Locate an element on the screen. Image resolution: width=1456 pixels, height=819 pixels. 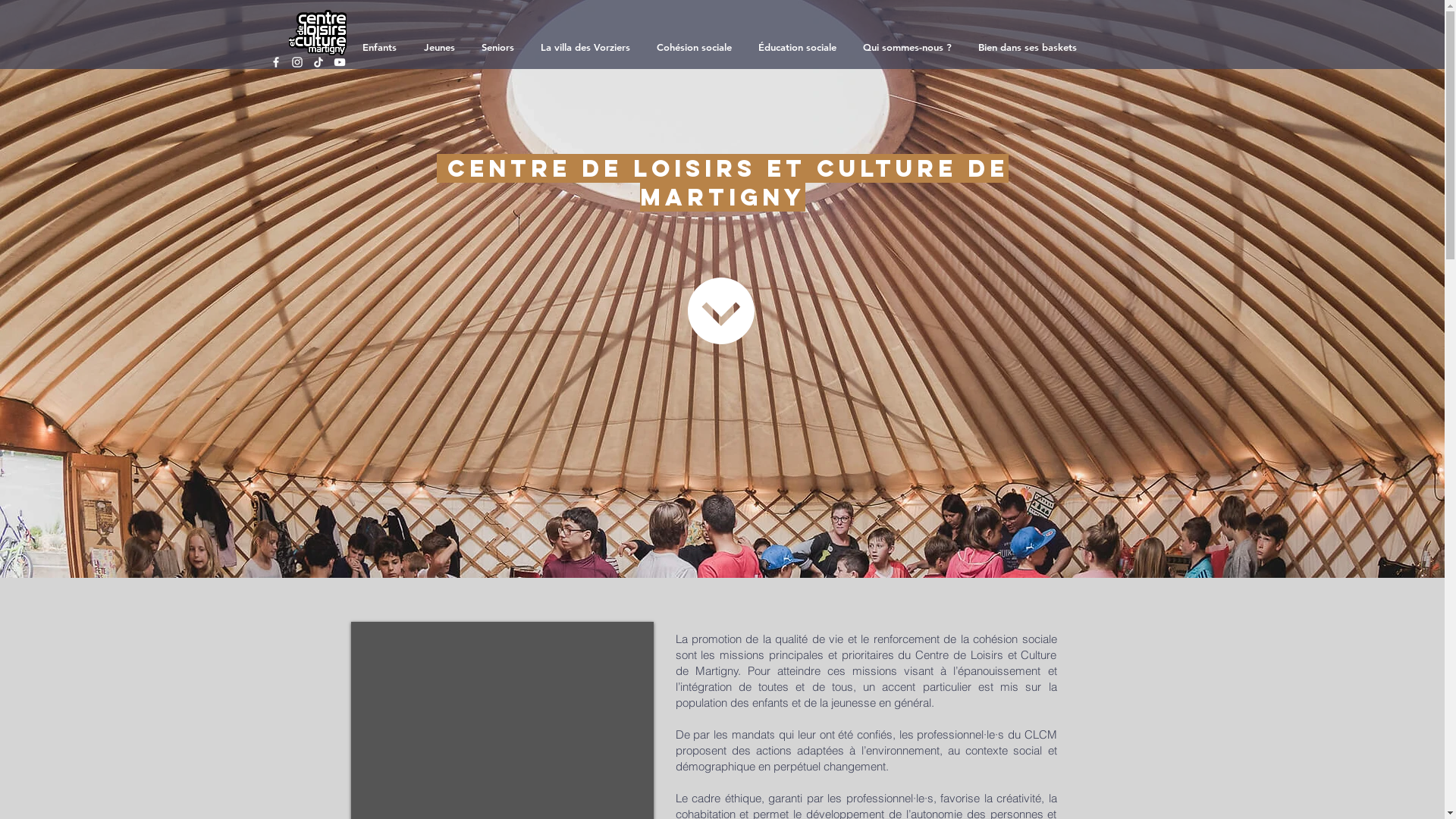
'La villa des Vorziers' is located at coordinates (586, 45).